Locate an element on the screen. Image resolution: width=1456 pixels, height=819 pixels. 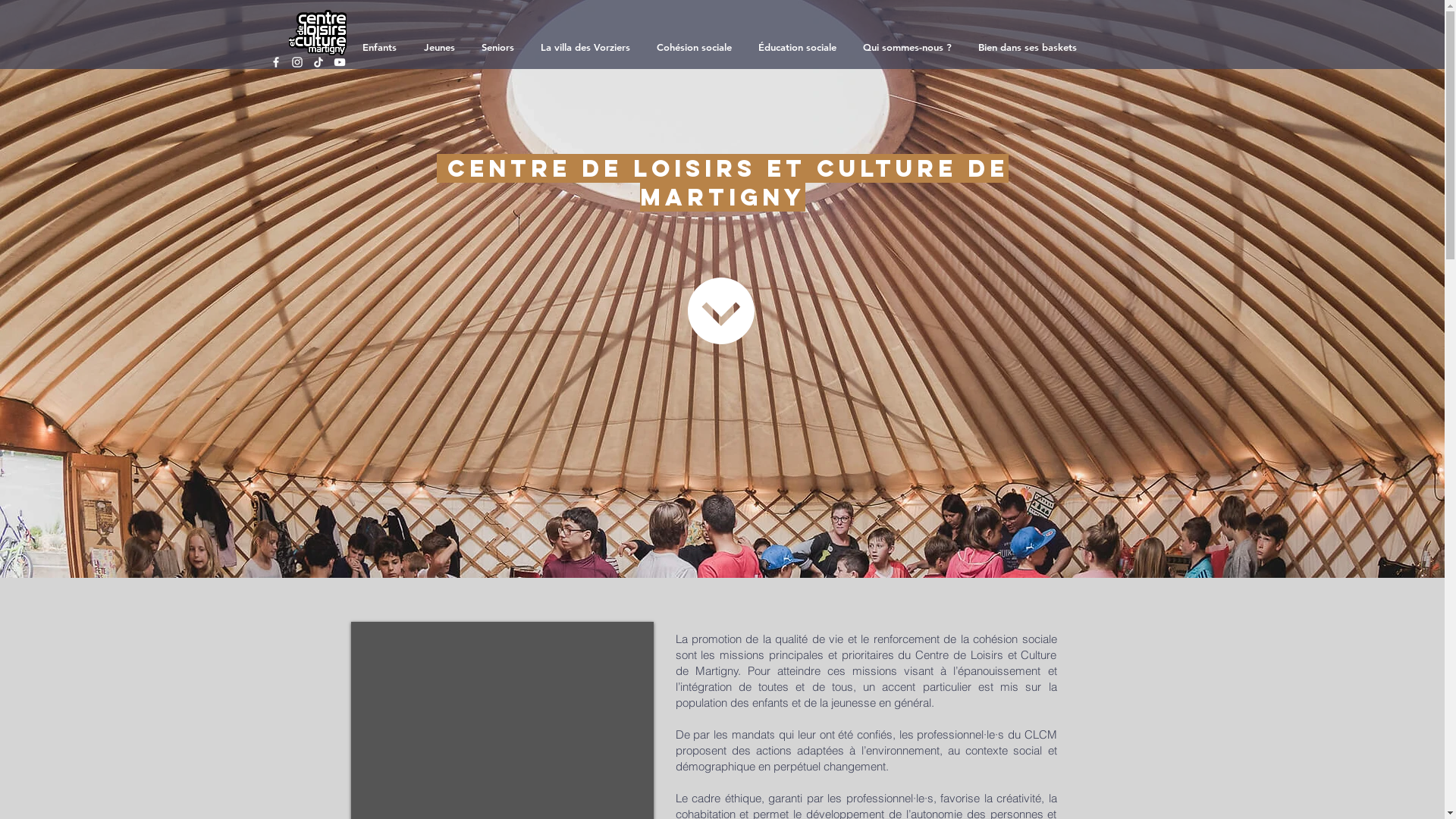
'La villa des Vorziers' is located at coordinates (586, 45).